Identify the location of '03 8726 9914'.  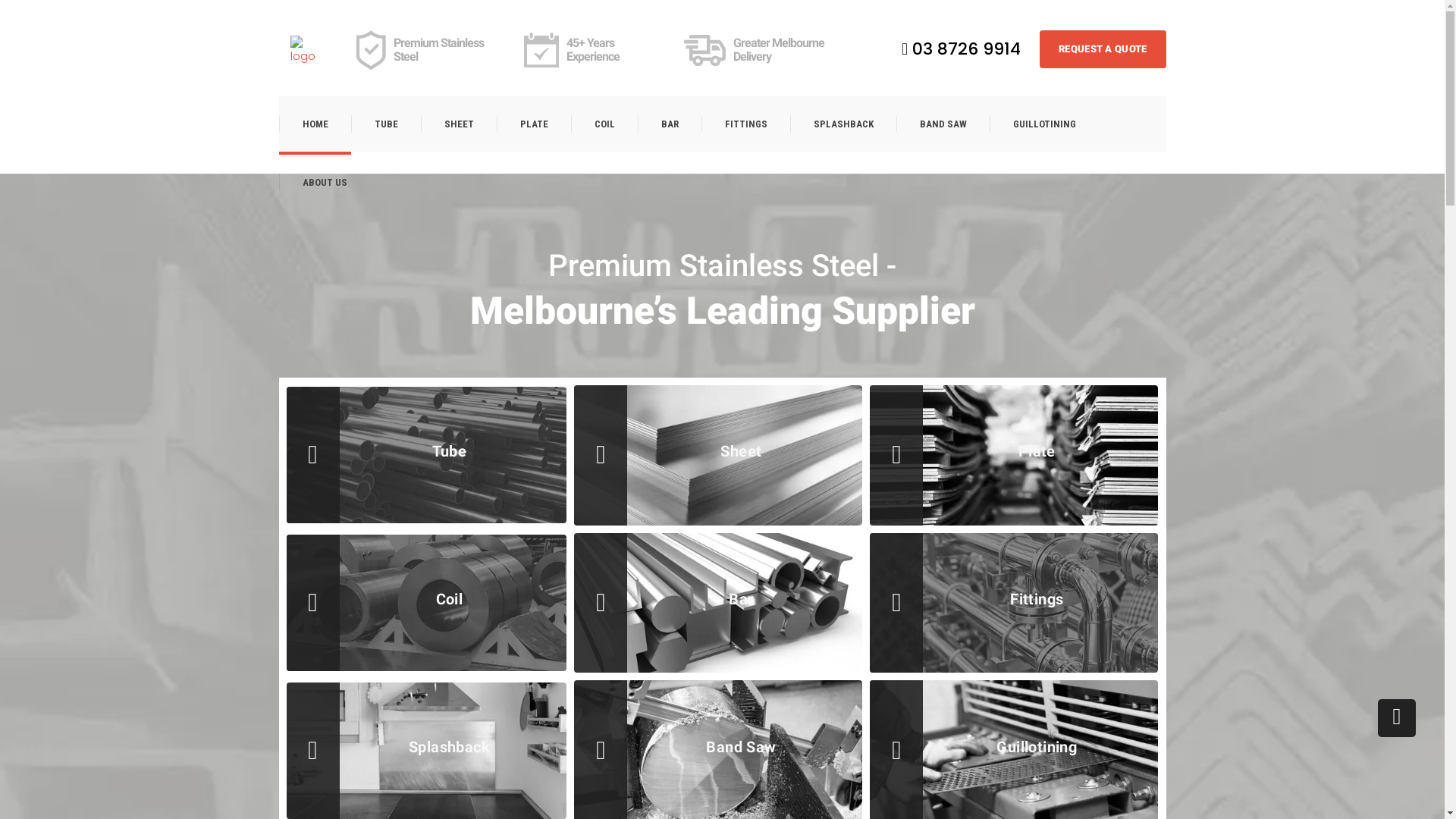
(960, 48).